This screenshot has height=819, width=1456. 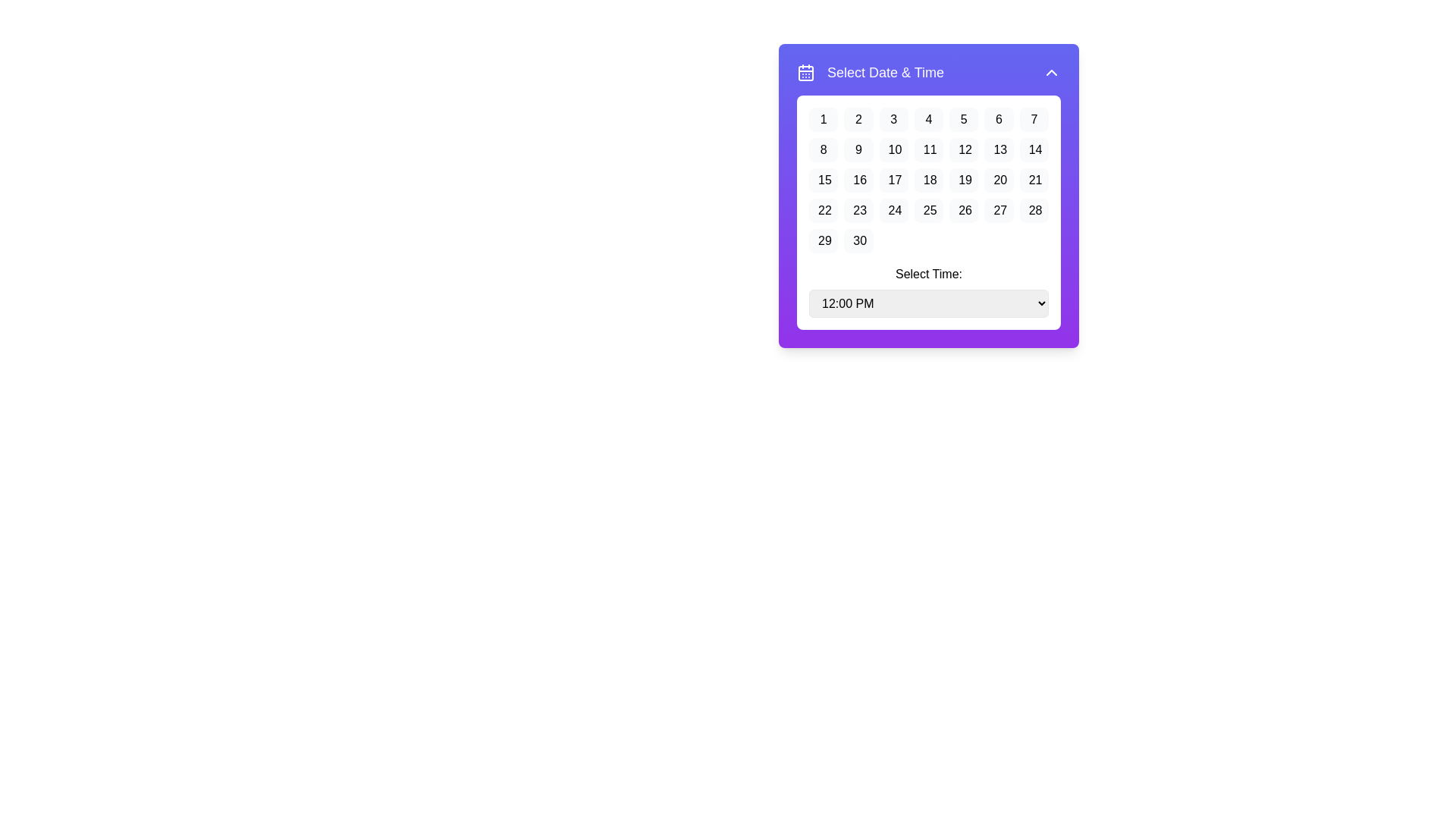 I want to click on the date selection cell for '3' in the calendar grid within the 'Select Date & Time' interface, so click(x=893, y=119).